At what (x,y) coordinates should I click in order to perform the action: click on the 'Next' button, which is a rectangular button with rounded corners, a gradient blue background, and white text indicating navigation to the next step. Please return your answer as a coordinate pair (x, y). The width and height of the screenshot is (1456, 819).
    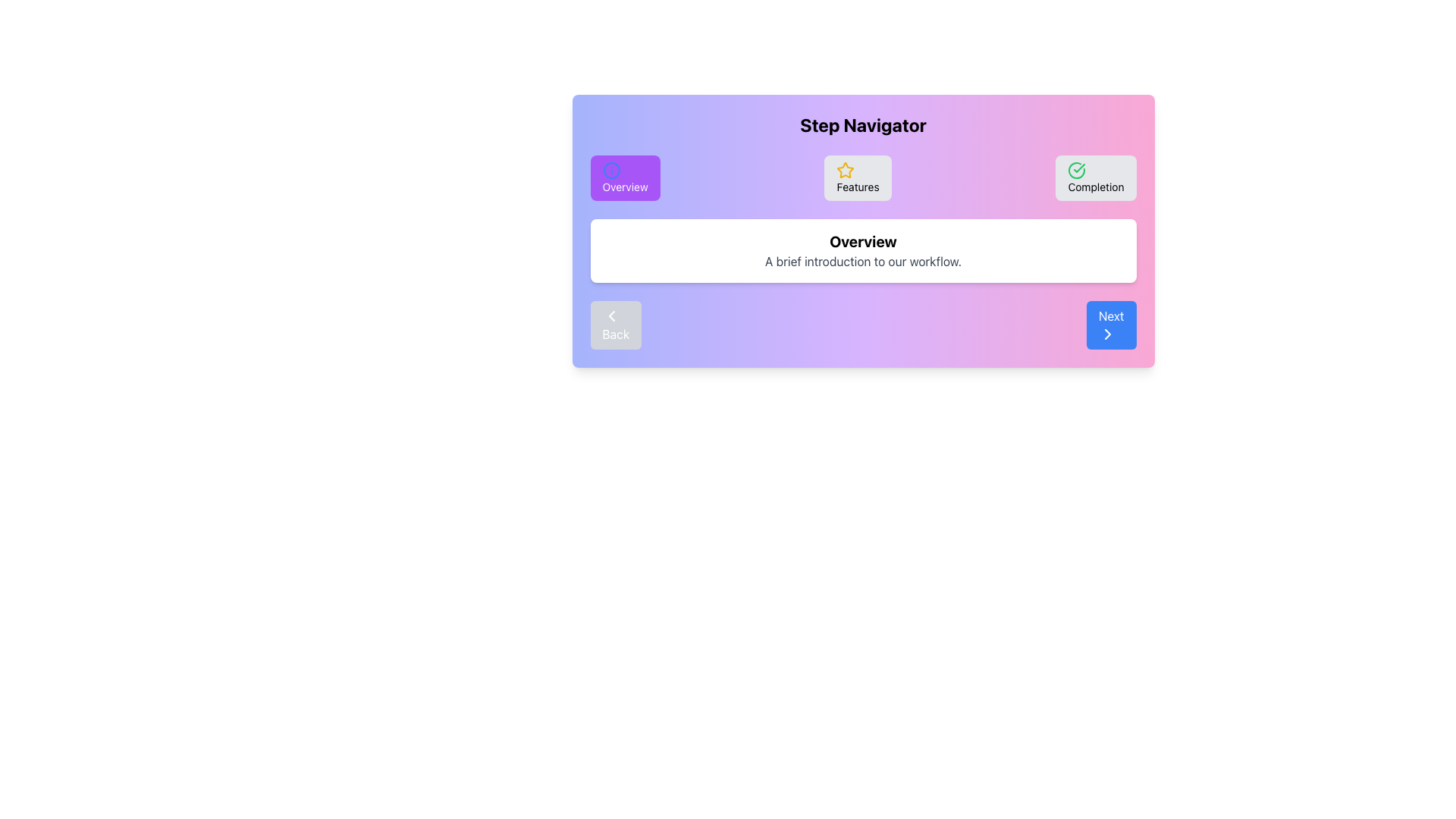
    Looking at the image, I should click on (1111, 324).